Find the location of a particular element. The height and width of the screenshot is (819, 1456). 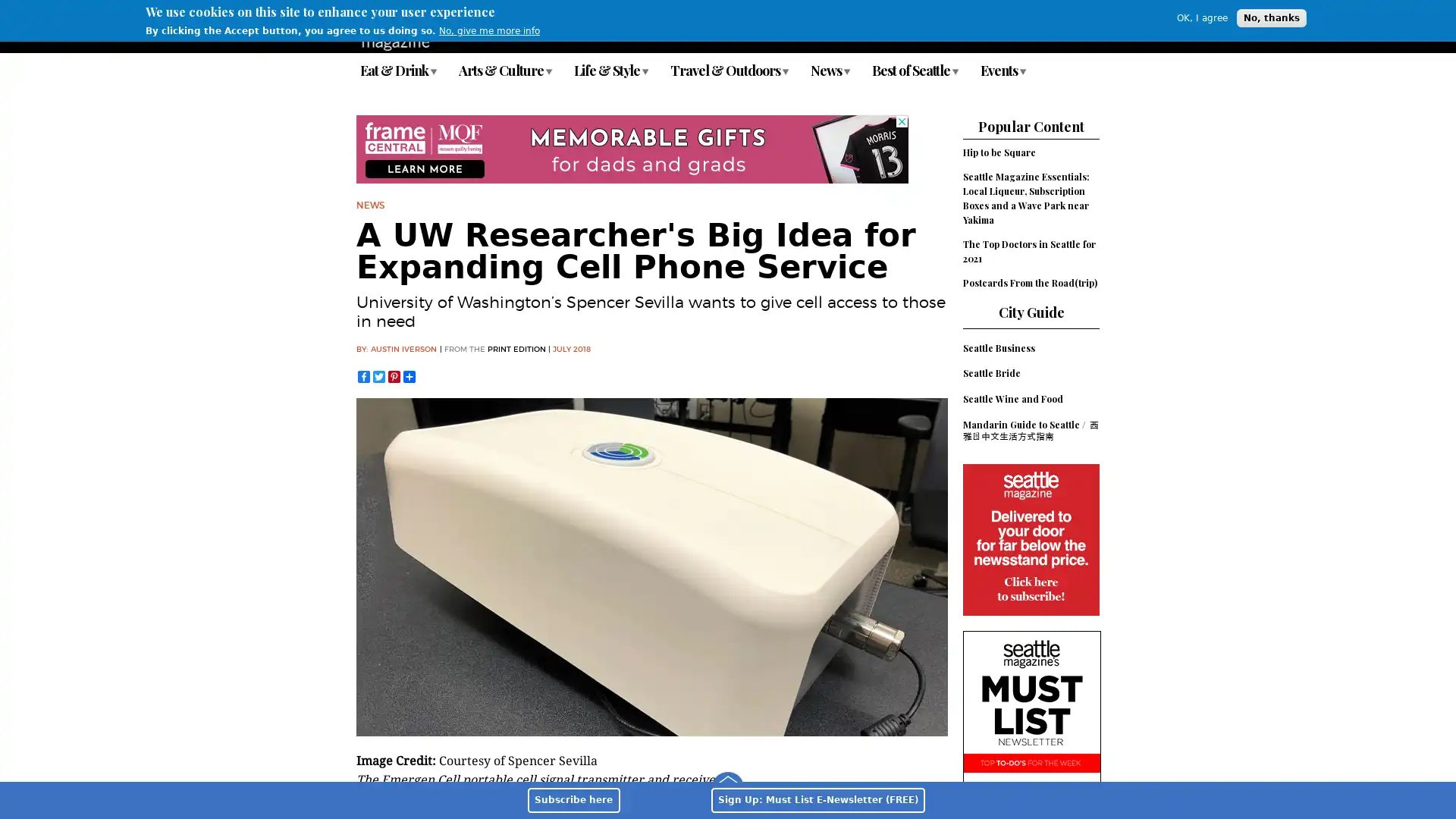

OK, I agree is located at coordinates (1201, 17).